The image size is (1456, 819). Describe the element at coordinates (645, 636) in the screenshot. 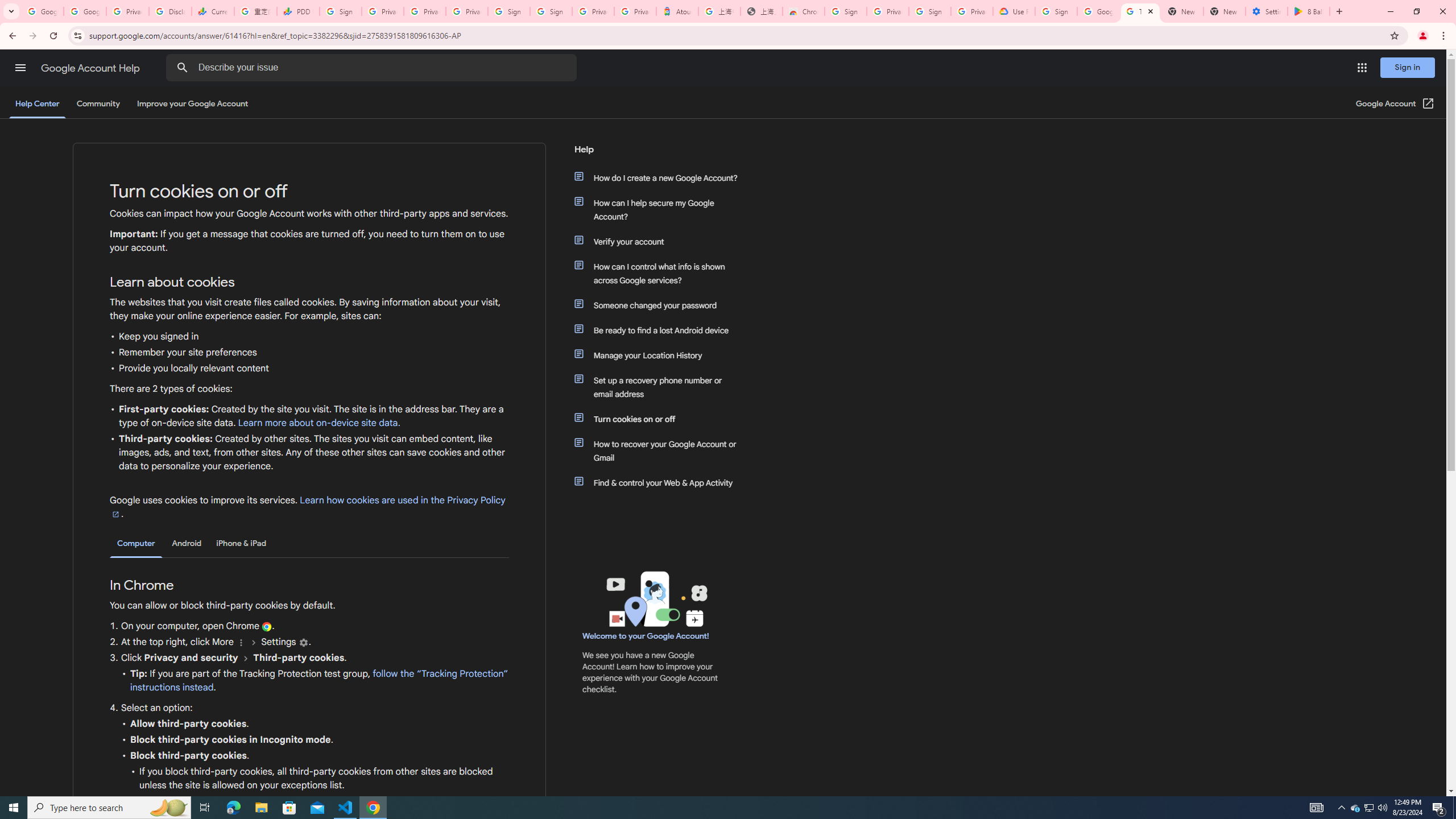

I see `'Welcome to your Google Account!'` at that location.